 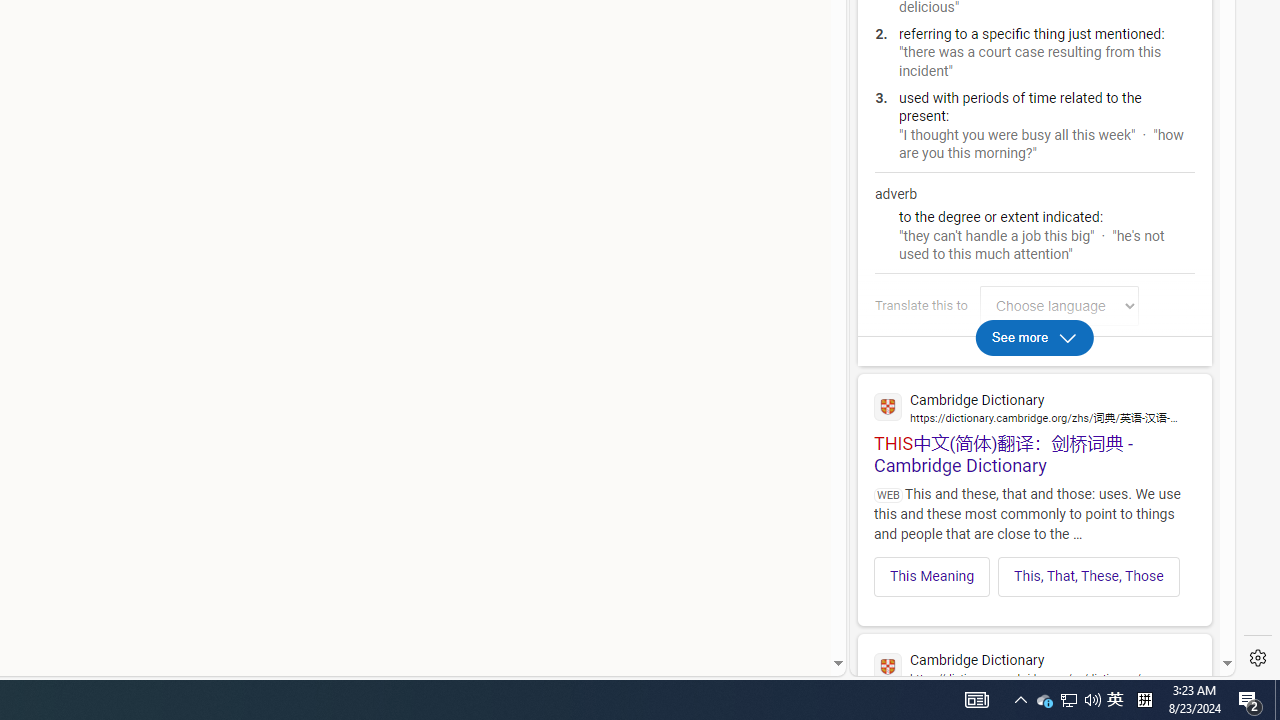 I want to click on 'This Meaning', so click(x=931, y=576).